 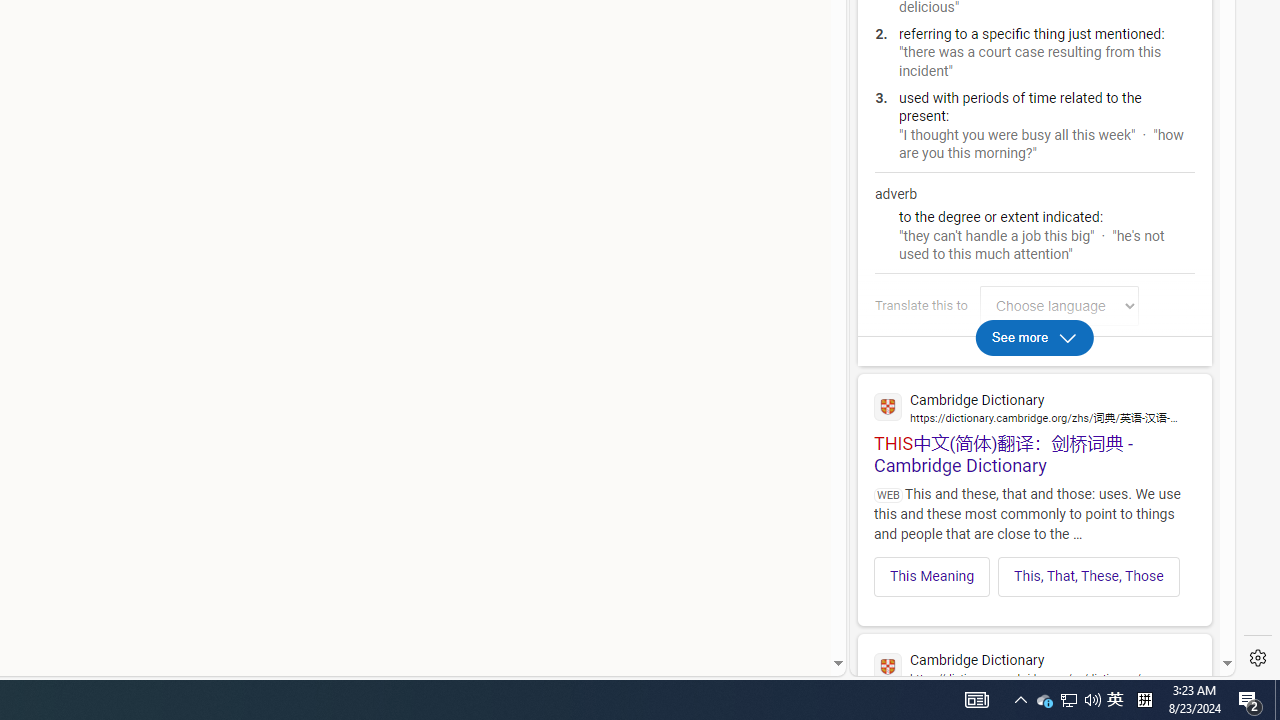 I want to click on 'This Meaning', so click(x=931, y=576).